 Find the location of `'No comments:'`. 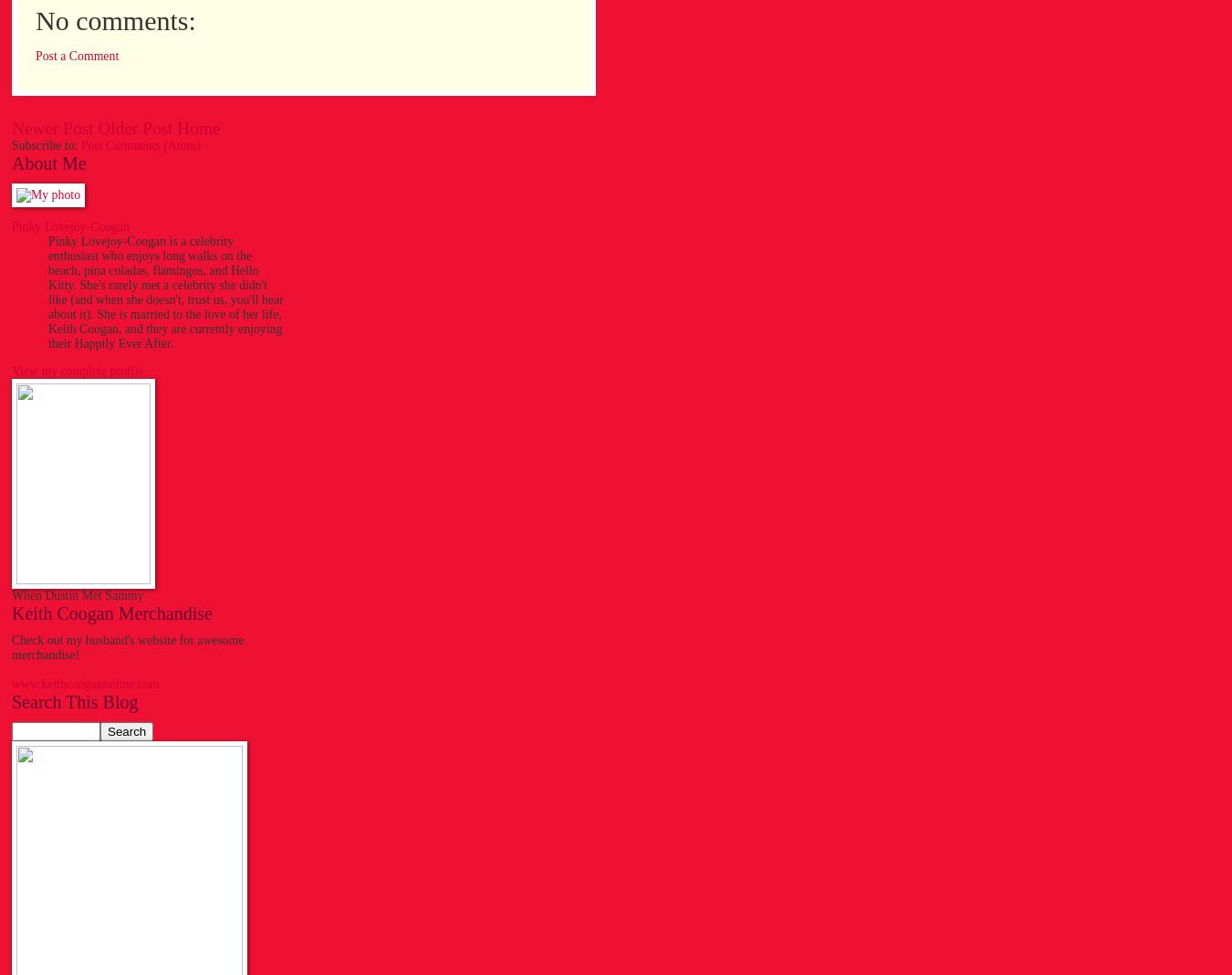

'No comments:' is located at coordinates (35, 19).